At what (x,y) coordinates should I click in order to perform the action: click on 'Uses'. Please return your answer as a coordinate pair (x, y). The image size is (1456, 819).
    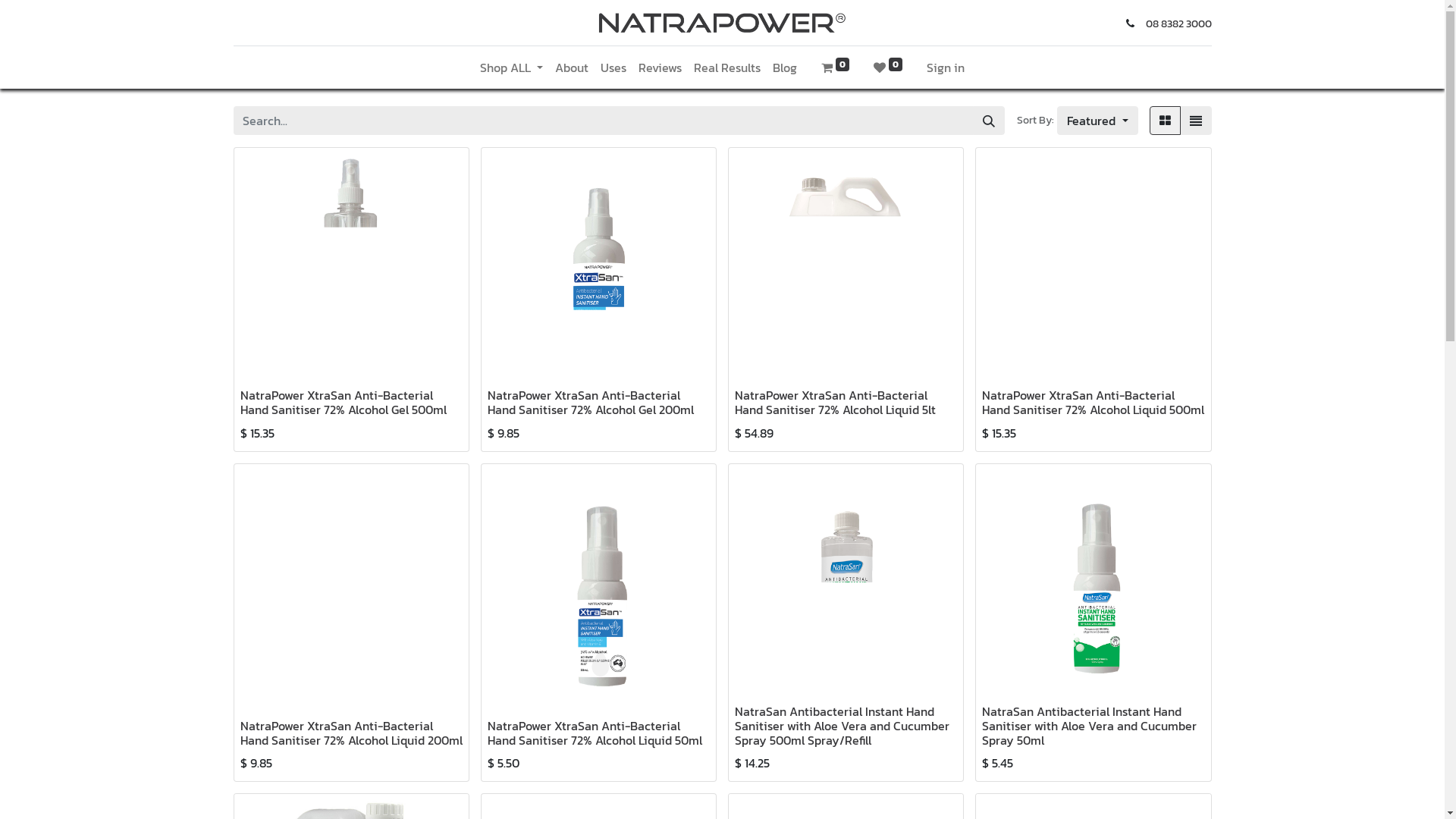
    Looking at the image, I should click on (613, 66).